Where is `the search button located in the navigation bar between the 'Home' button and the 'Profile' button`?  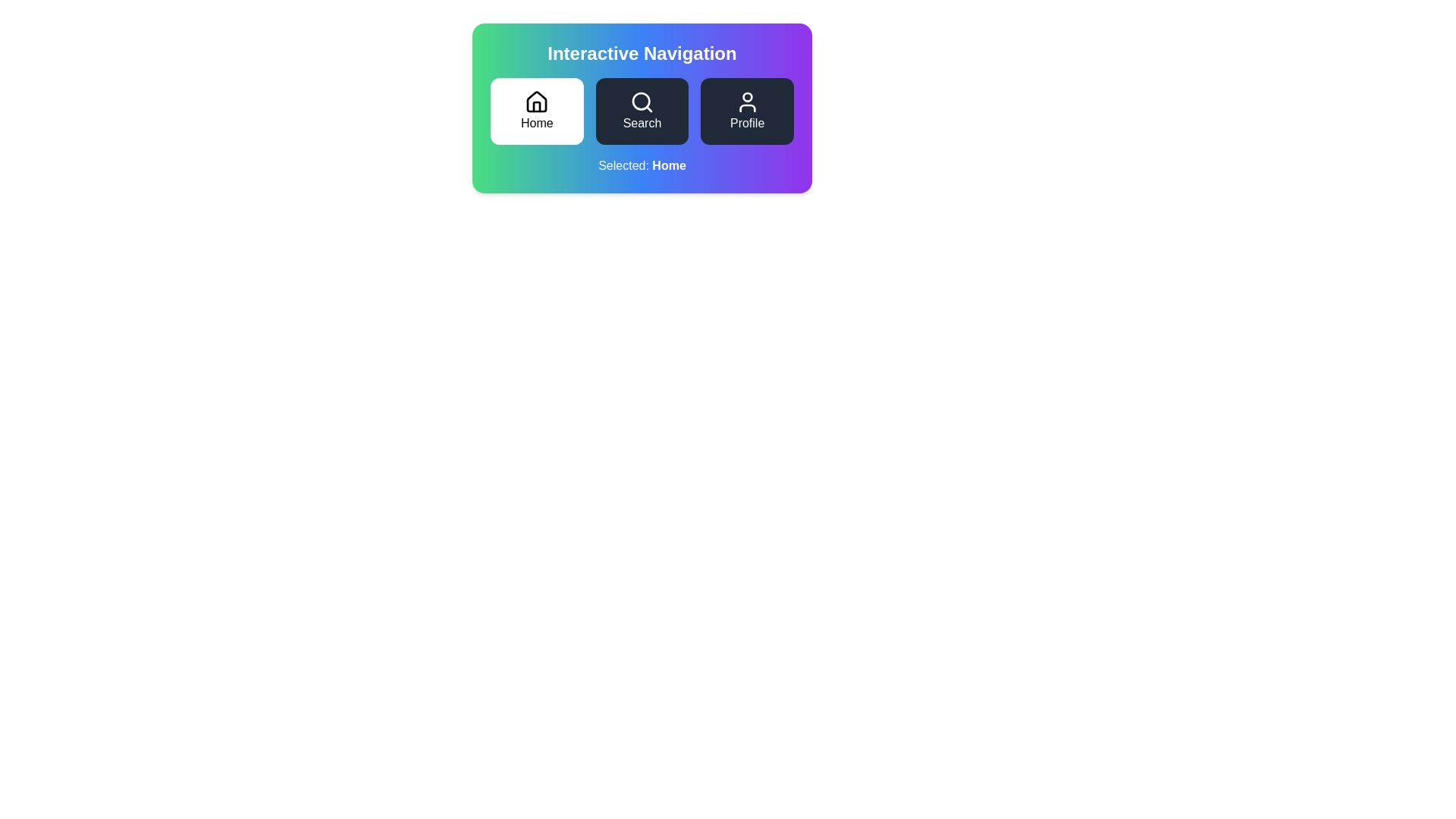
the search button located in the navigation bar between the 'Home' button and the 'Profile' button is located at coordinates (642, 110).